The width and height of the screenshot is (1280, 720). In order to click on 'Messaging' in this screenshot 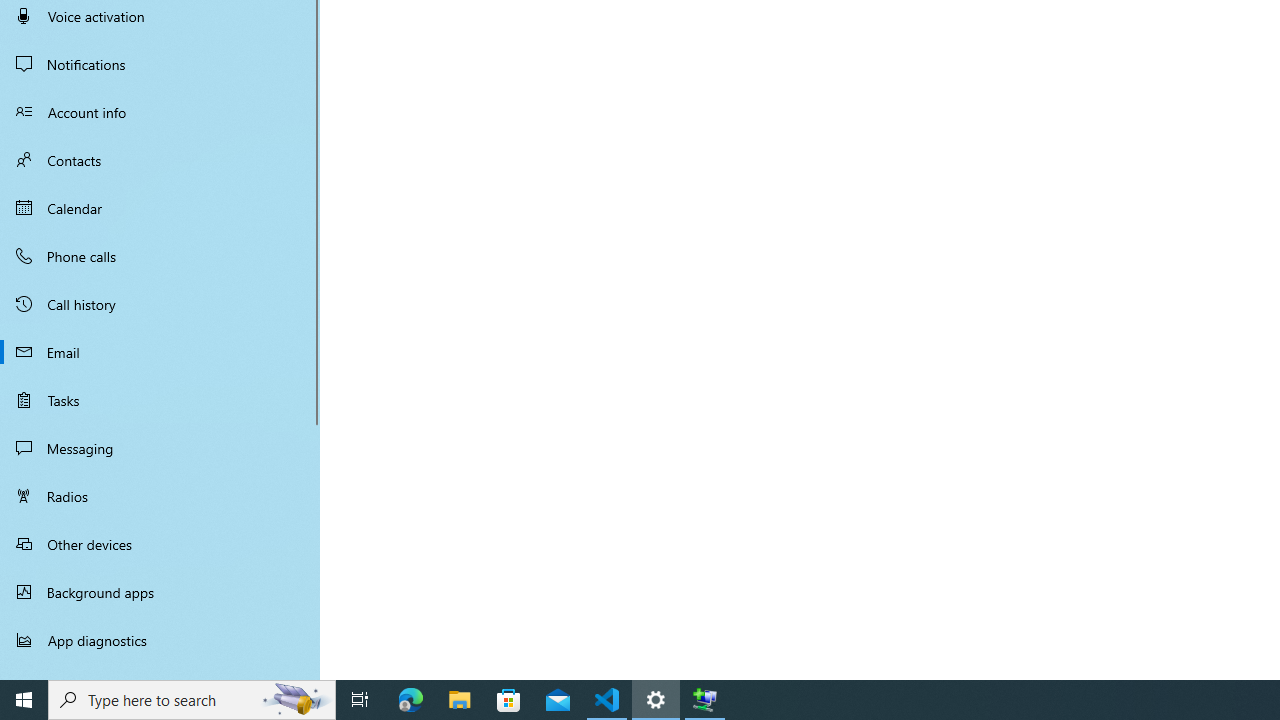, I will do `click(160, 447)`.